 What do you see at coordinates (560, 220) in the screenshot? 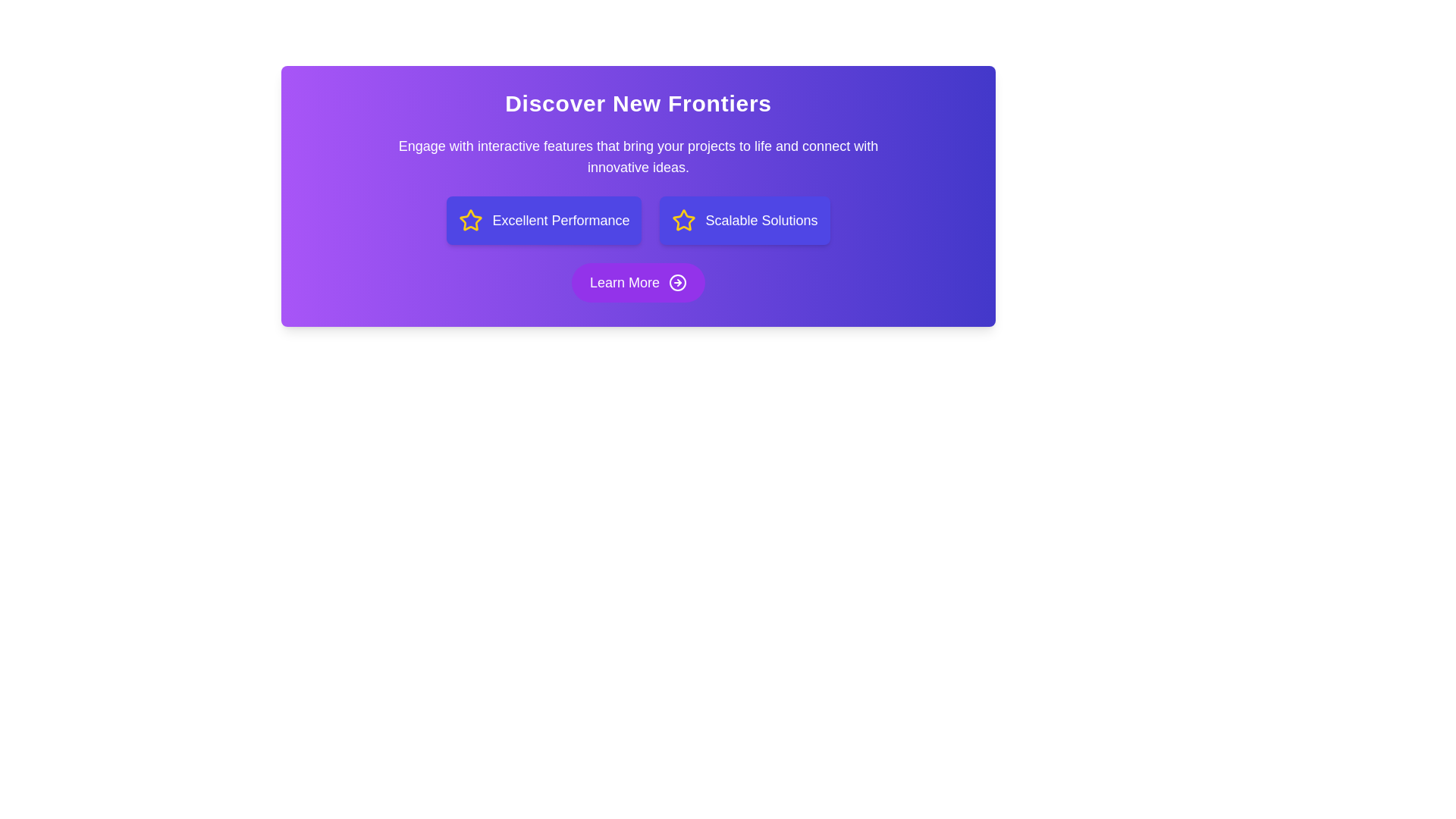
I see `the text label displaying 'Excellent Performance' which is in a bold, large, white font on a blue background, located to the right of a yellow star icon` at bounding box center [560, 220].